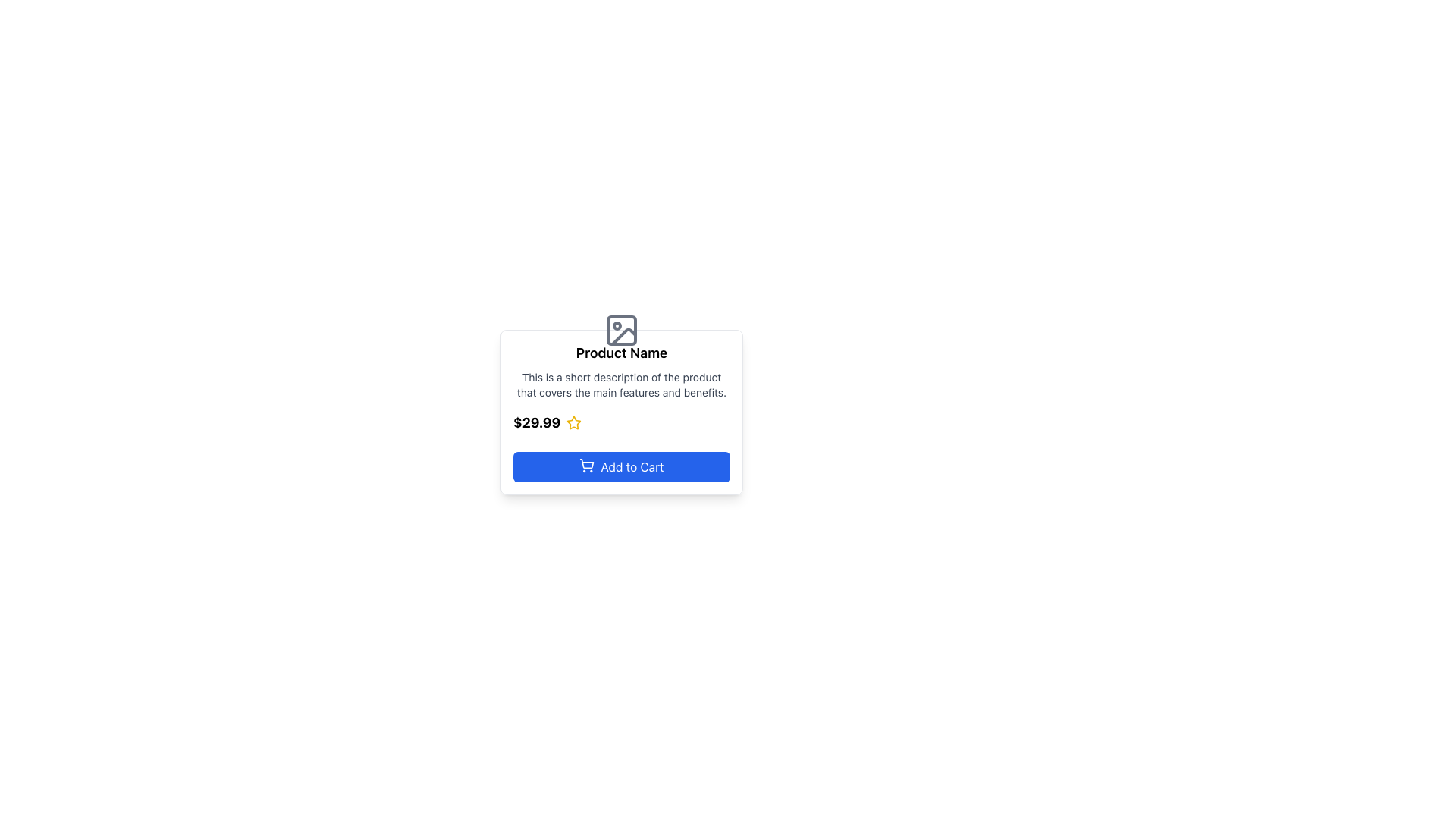  I want to click on the text block that provides a brief description of the product, which is positioned beneath the 'Product Name' and above the price information in the product card, so click(622, 384).